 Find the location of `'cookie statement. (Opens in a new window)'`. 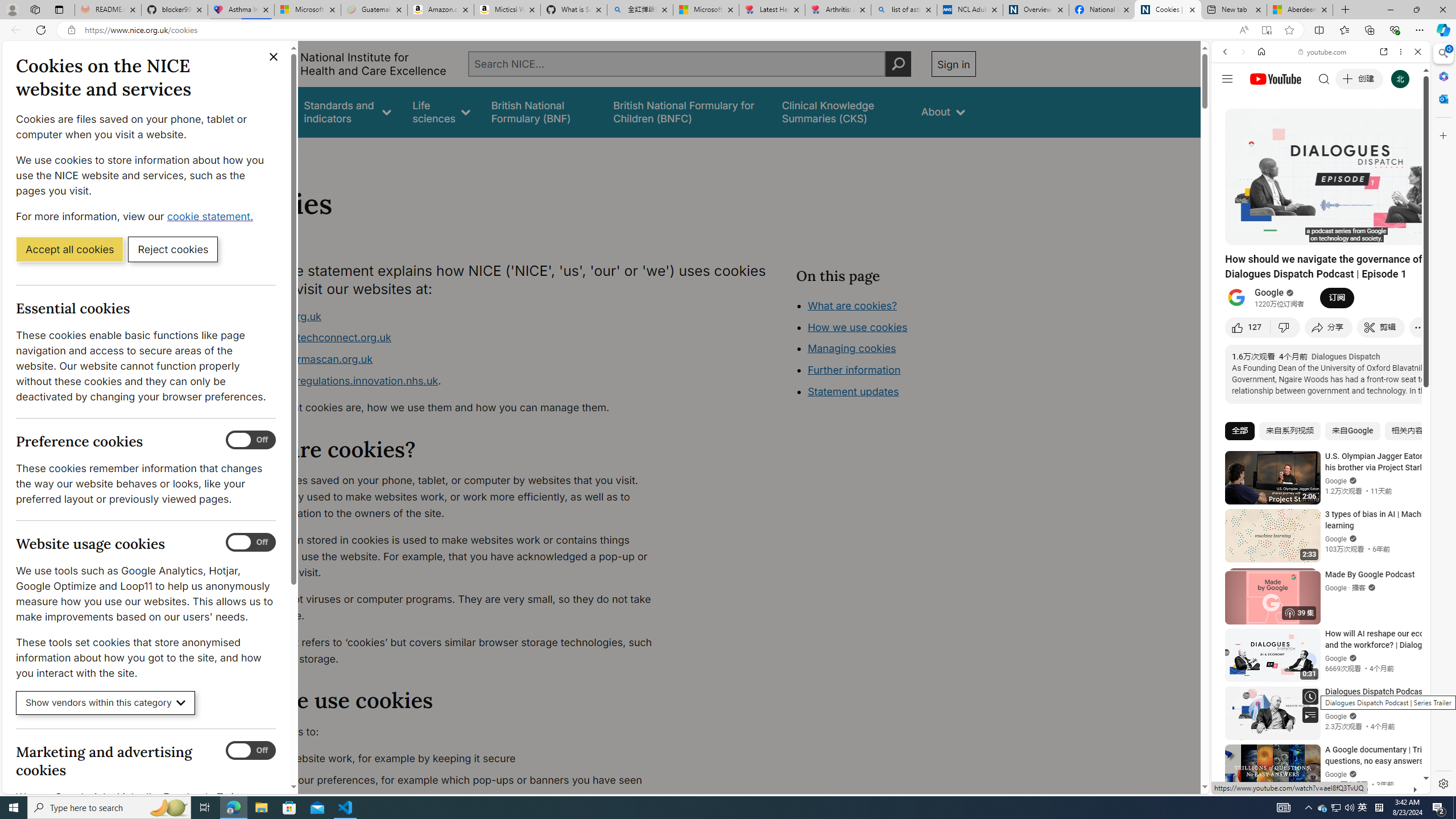

'cookie statement. (Opens in a new window)' is located at coordinates (211, 216).